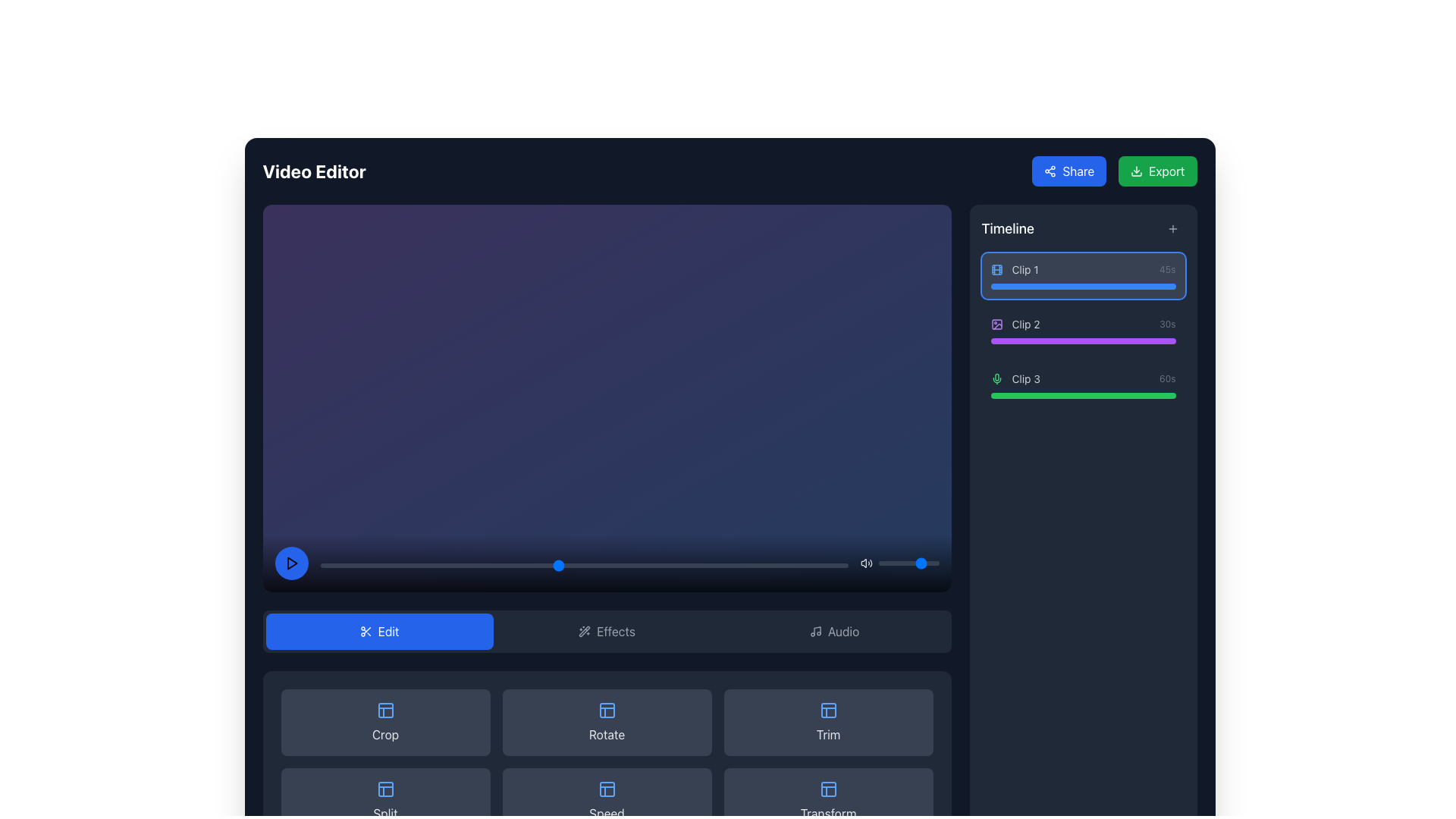  What do you see at coordinates (996, 268) in the screenshot?
I see `the central rectangular SVG element representing the first clip ('Clip 1') in the timeline list` at bounding box center [996, 268].